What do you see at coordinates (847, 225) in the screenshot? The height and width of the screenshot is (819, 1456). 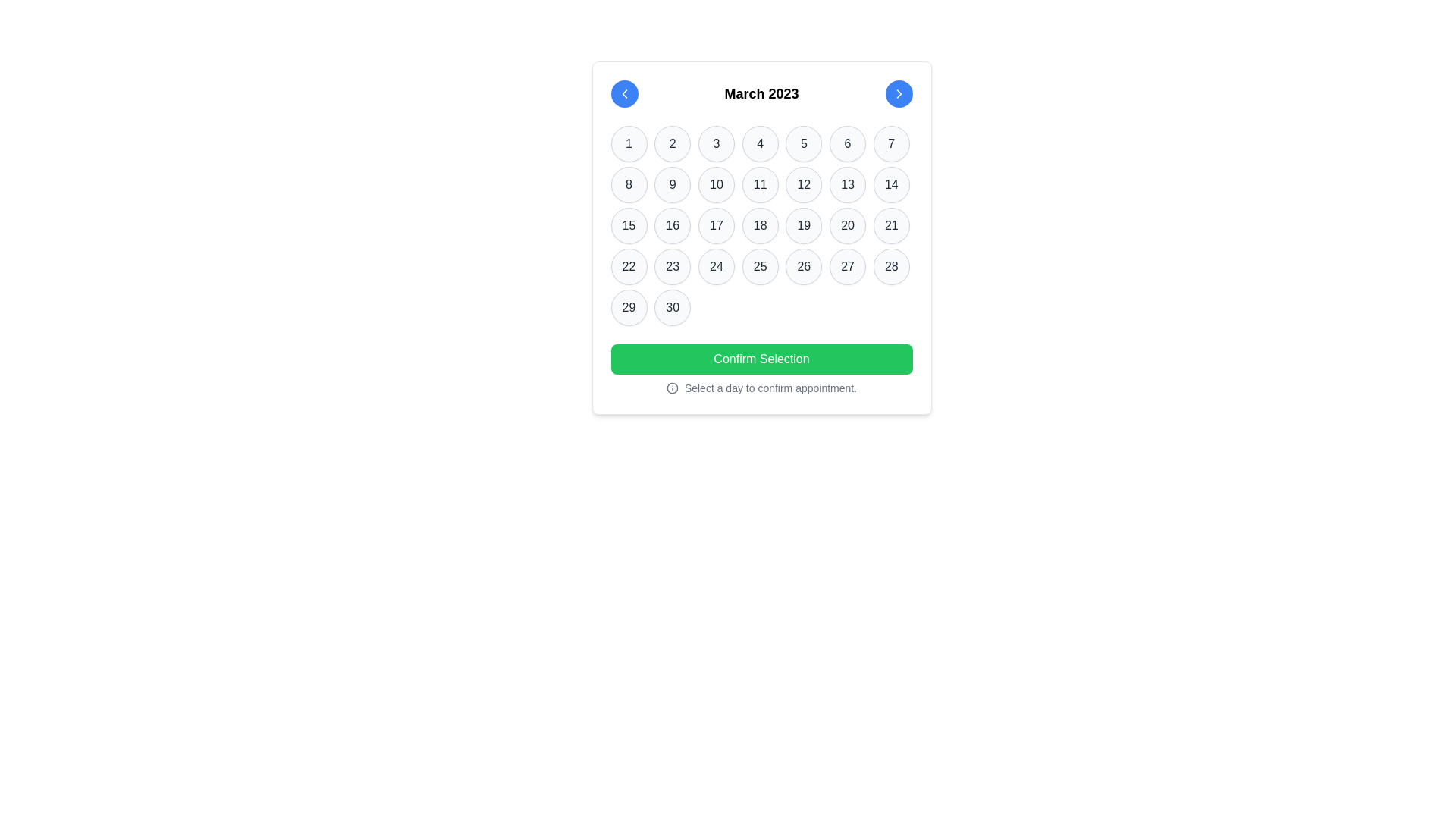 I see `the selectable day button for the 20th day in the calendar widget` at bounding box center [847, 225].